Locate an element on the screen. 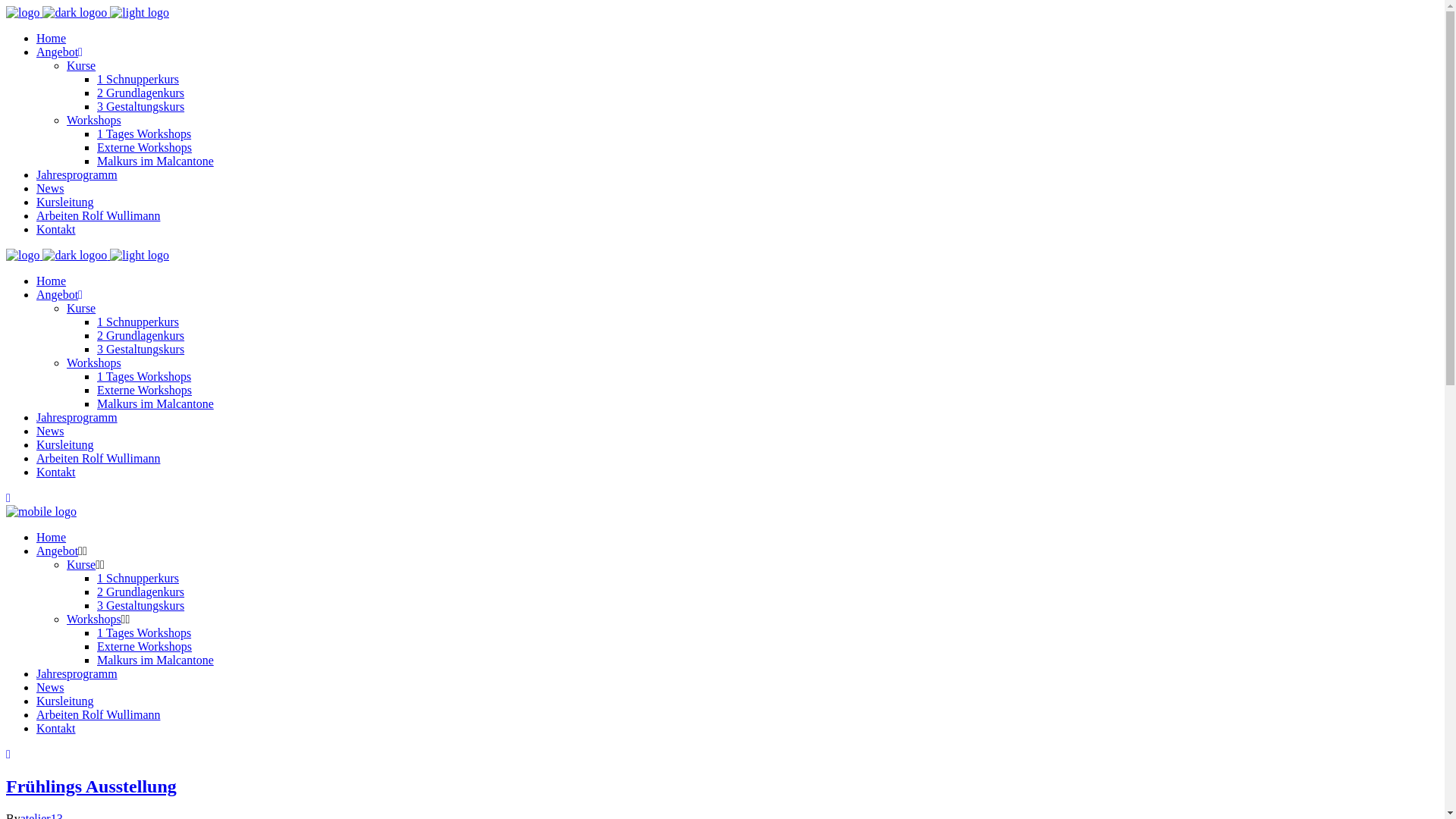 This screenshot has width=1456, height=819. 'Malkurs im Malcantone' is located at coordinates (155, 403).